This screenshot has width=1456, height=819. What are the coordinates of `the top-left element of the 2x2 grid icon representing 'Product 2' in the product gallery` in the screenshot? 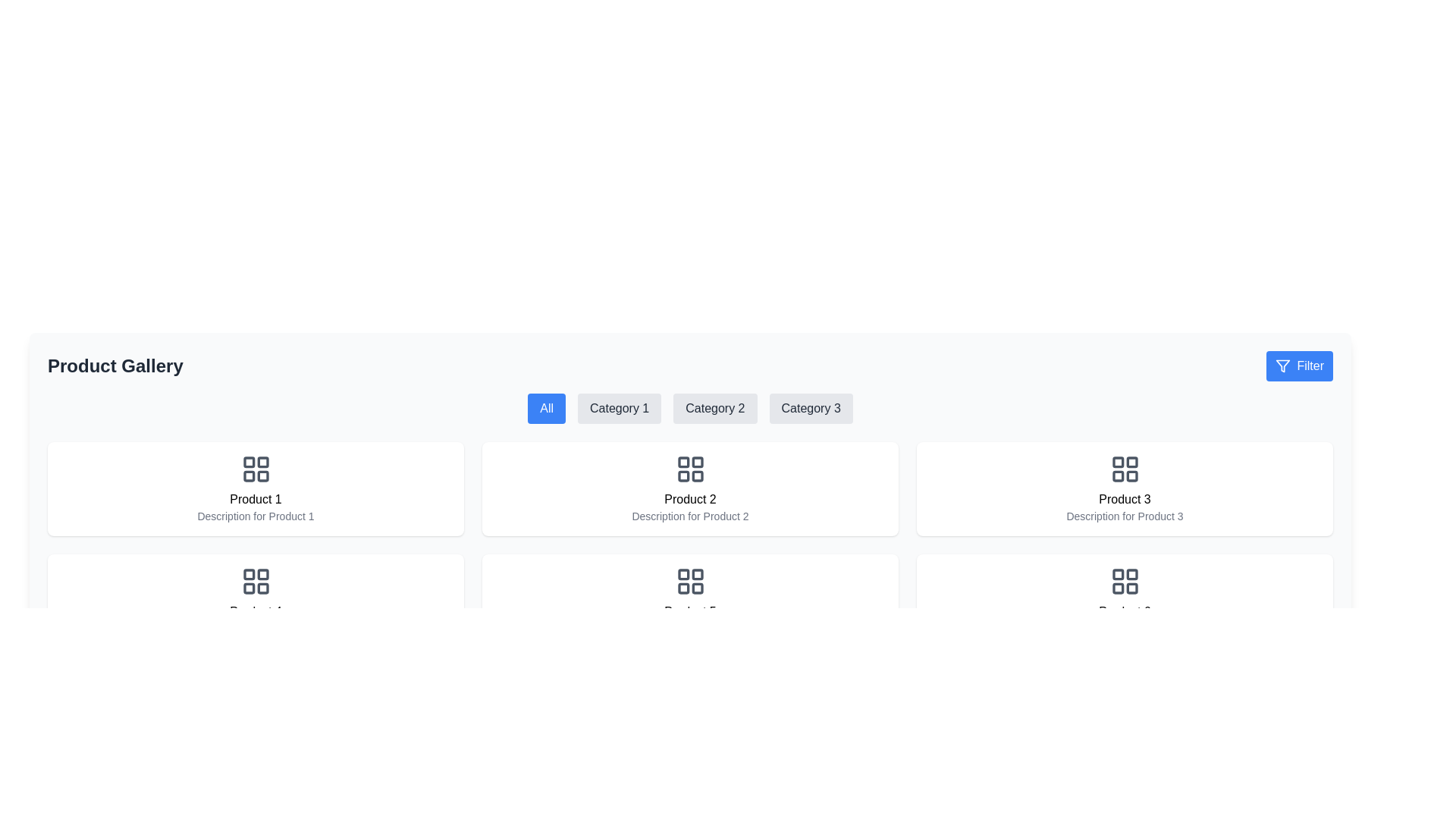 It's located at (682, 461).